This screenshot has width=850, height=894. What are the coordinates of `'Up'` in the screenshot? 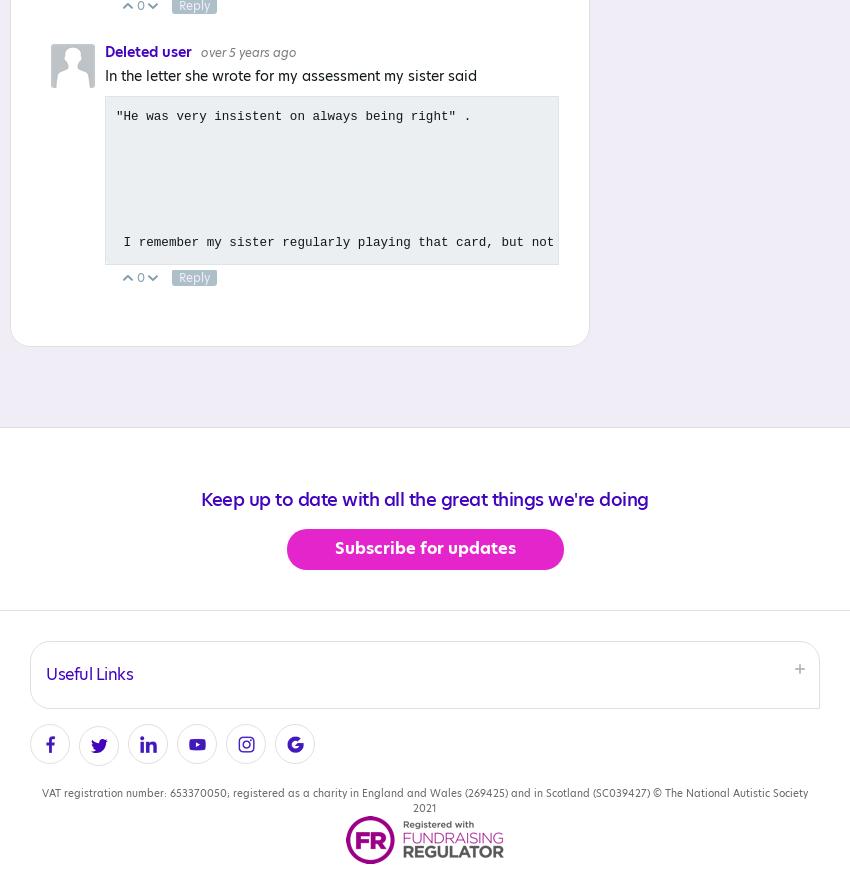 It's located at (151, 277).